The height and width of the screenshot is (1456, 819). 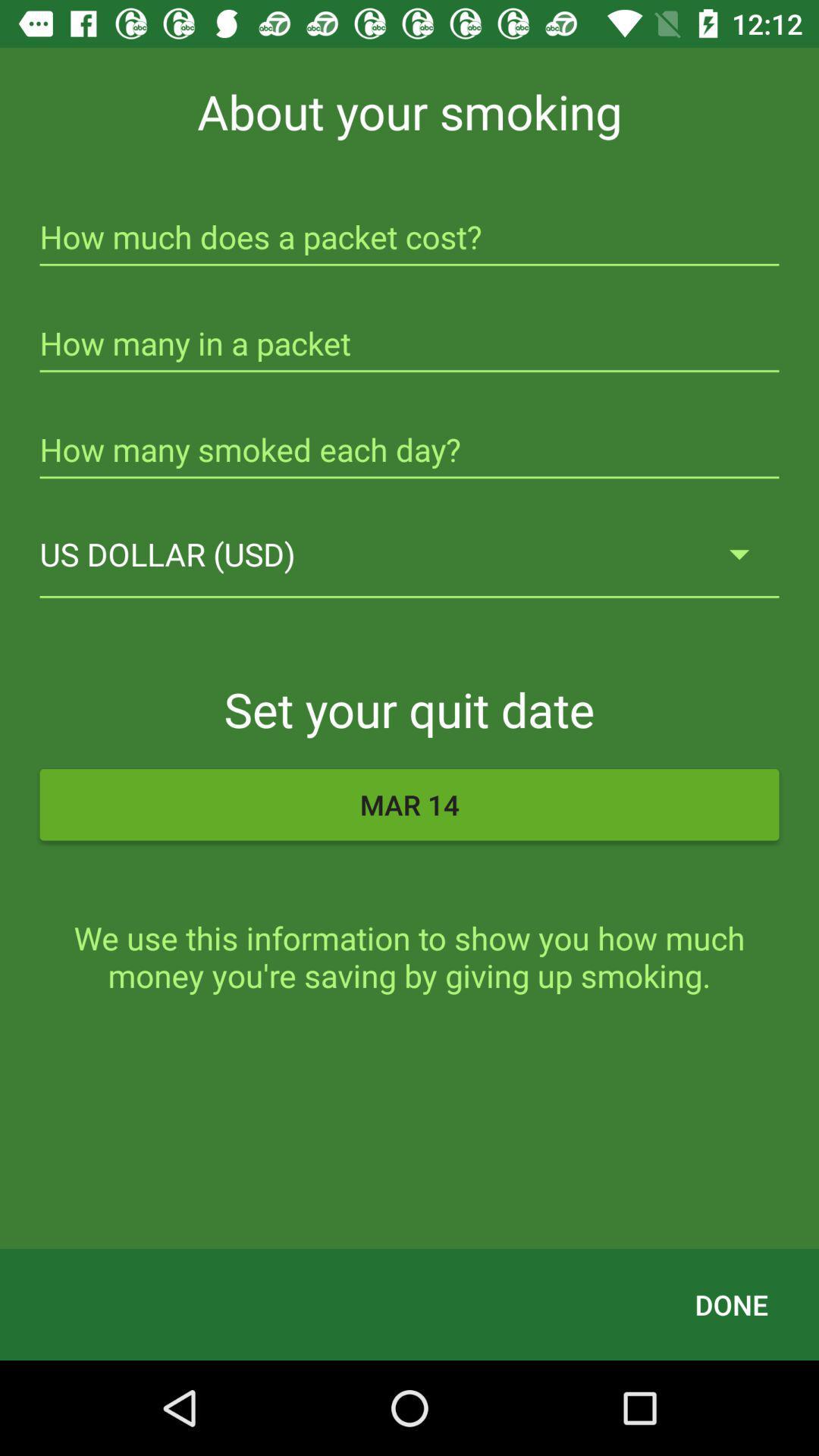 What do you see at coordinates (730, 1304) in the screenshot?
I see `the icon at the bottom right corner` at bounding box center [730, 1304].